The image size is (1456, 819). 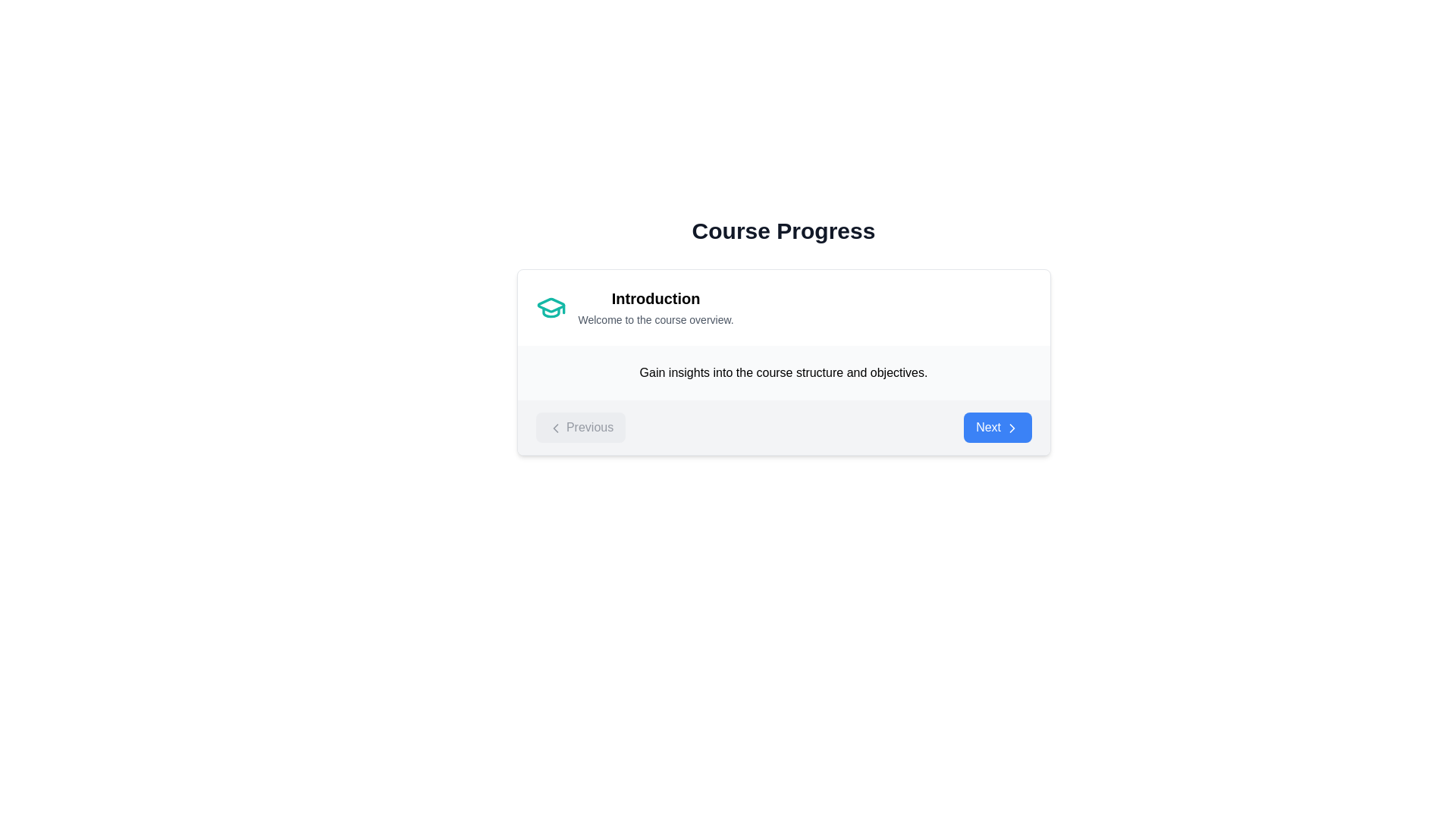 I want to click on the backward navigation icon located inside the 'Previous' button, which is positioned to the left of the text 'Previous', so click(x=554, y=428).